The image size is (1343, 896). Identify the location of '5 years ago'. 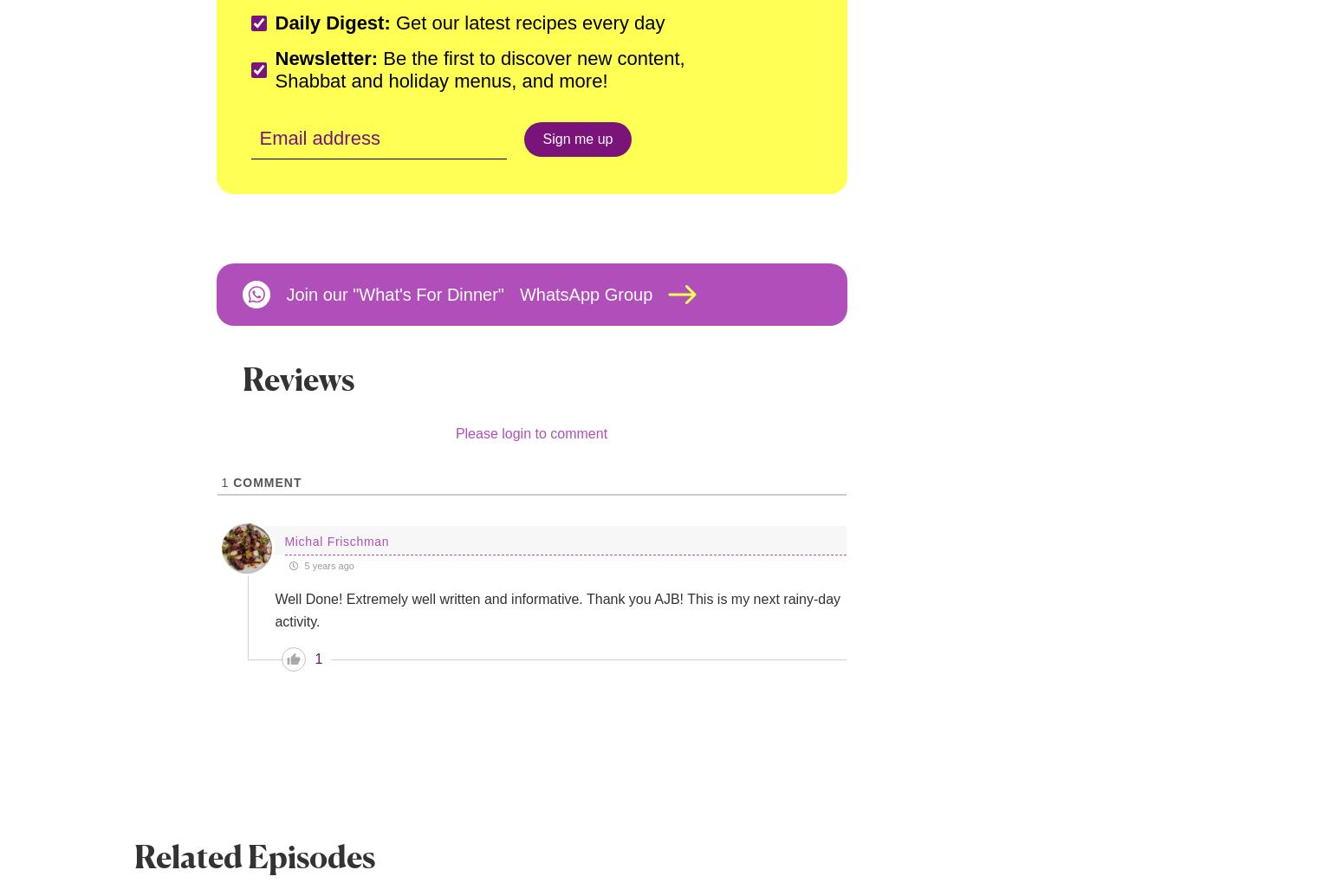
(300, 565).